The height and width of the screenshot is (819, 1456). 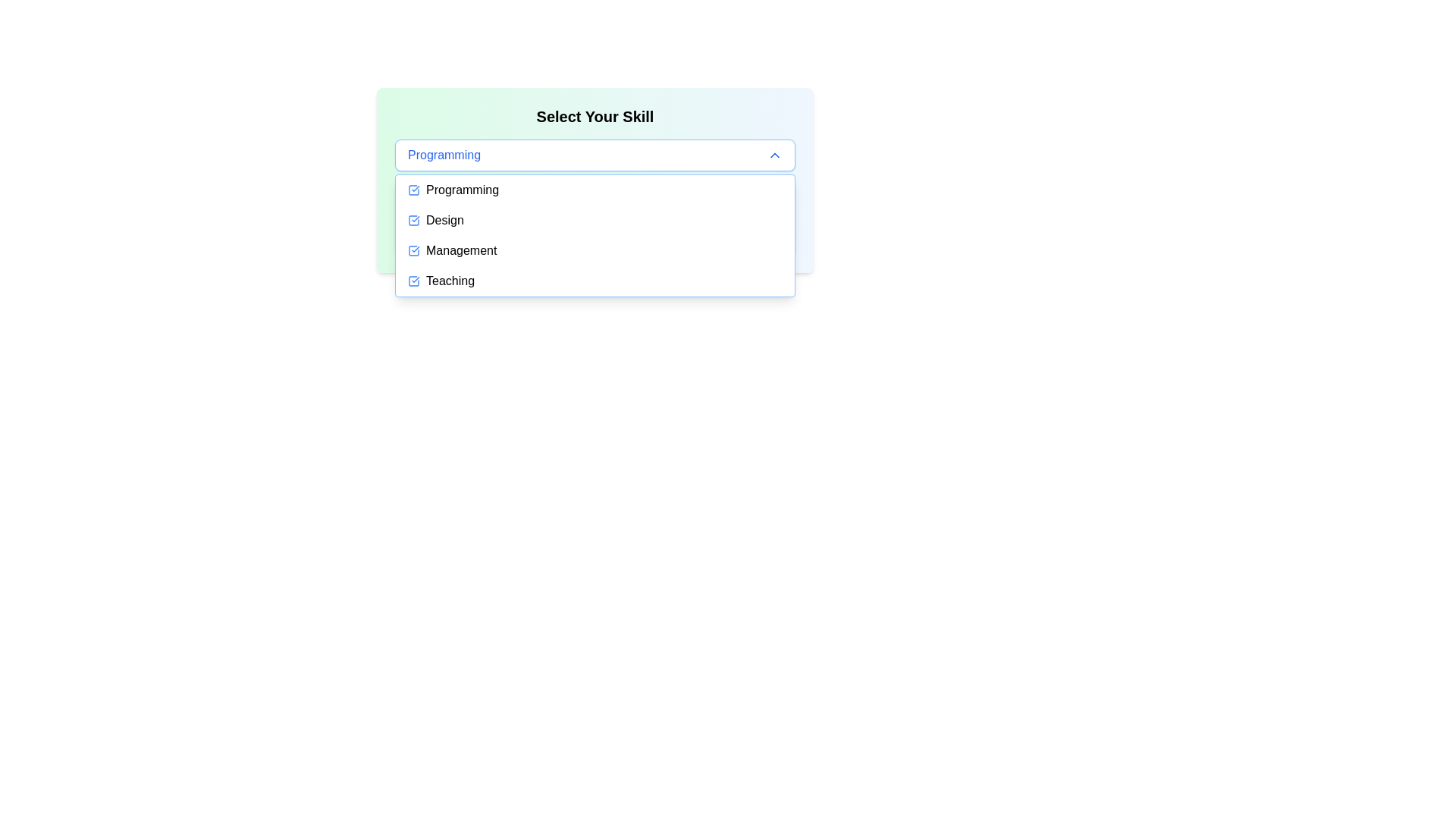 I want to click on the 'Select Your Skill' dropdown menu to choose a skill from the available options, so click(x=595, y=180).